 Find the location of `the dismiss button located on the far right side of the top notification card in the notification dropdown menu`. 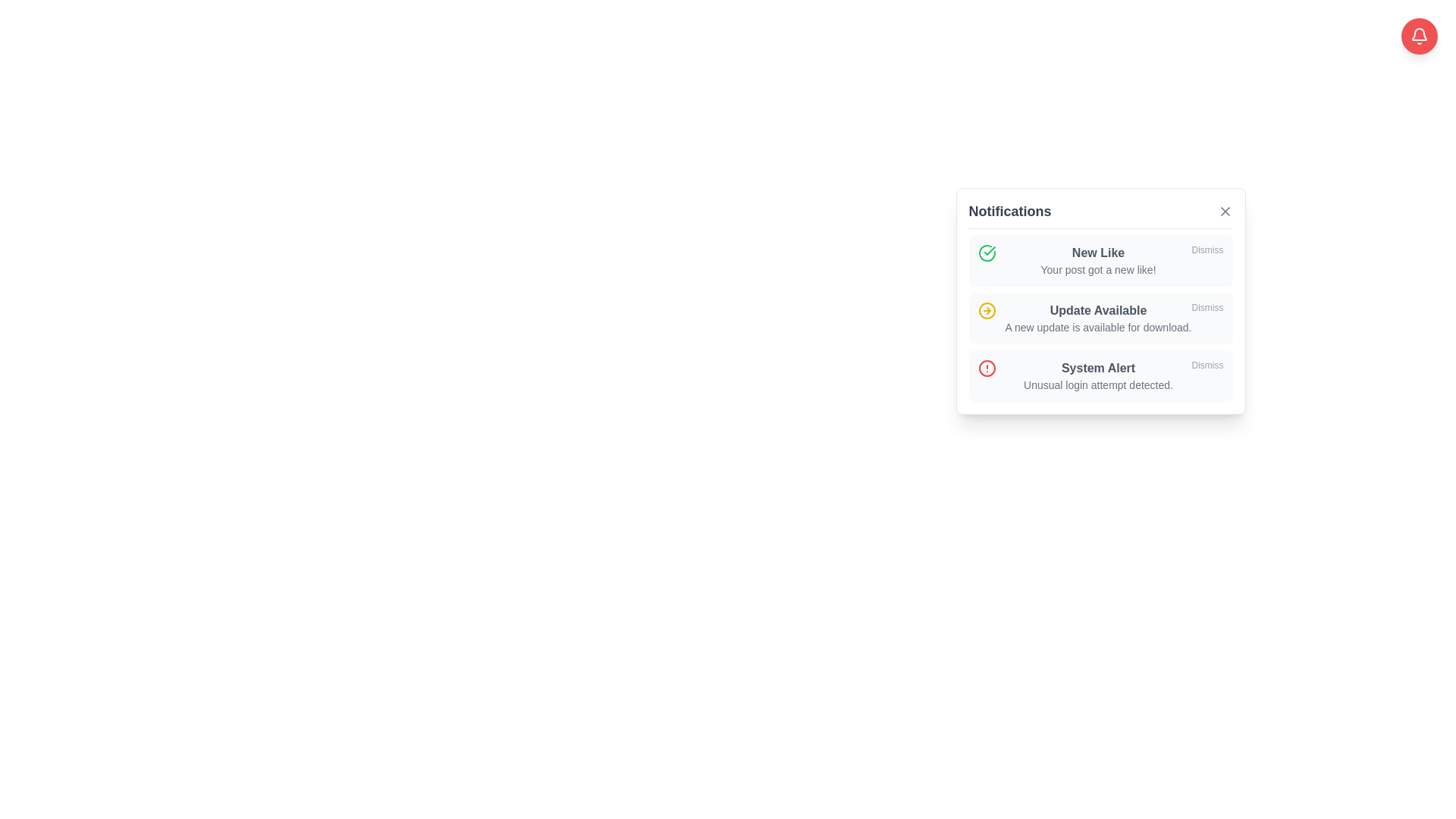

the dismiss button located on the far right side of the top notification card in the notification dropdown menu is located at coordinates (1207, 249).